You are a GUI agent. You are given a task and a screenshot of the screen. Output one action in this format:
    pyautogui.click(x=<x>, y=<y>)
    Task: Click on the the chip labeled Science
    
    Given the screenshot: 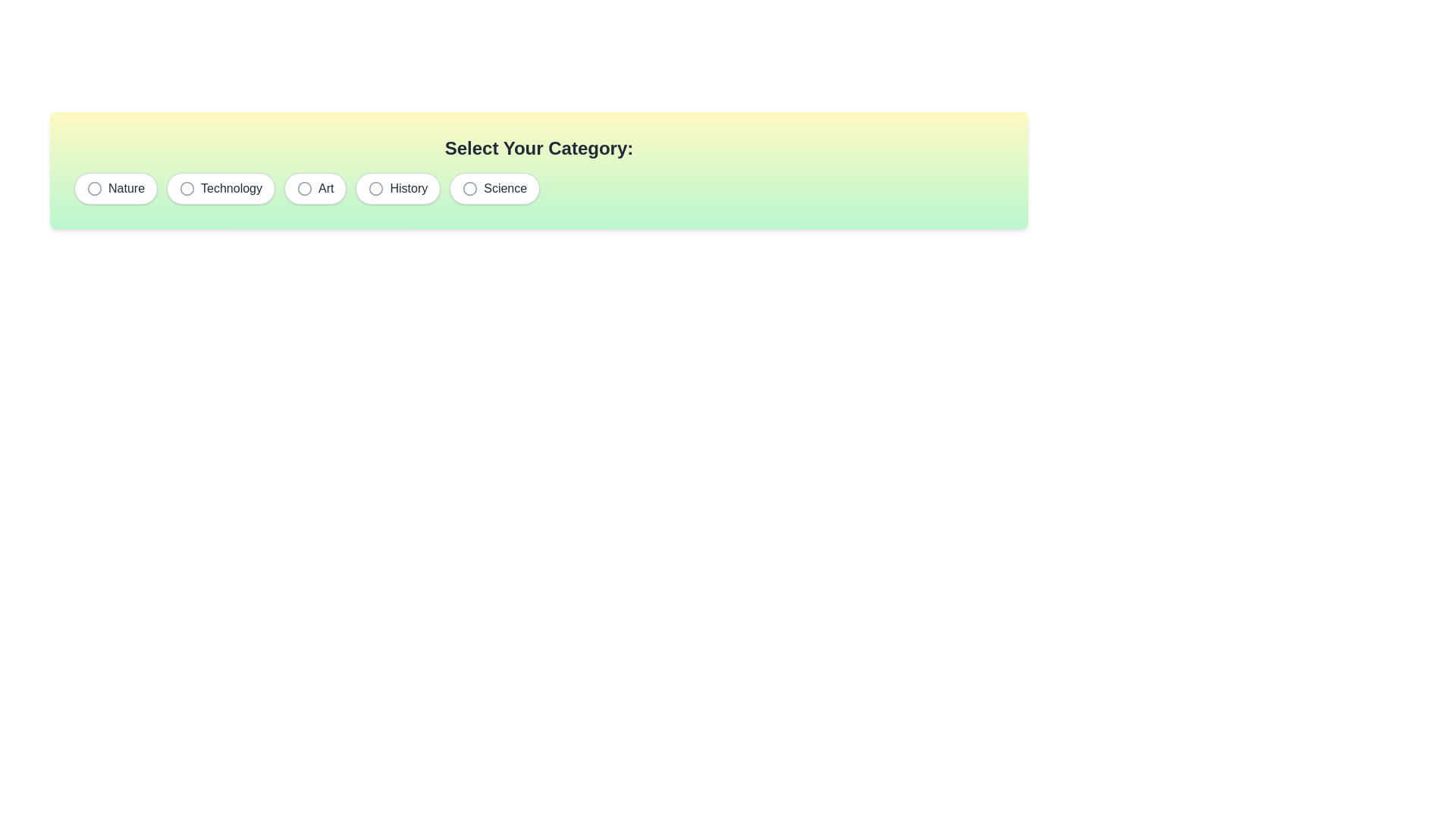 What is the action you would take?
    pyautogui.click(x=494, y=188)
    